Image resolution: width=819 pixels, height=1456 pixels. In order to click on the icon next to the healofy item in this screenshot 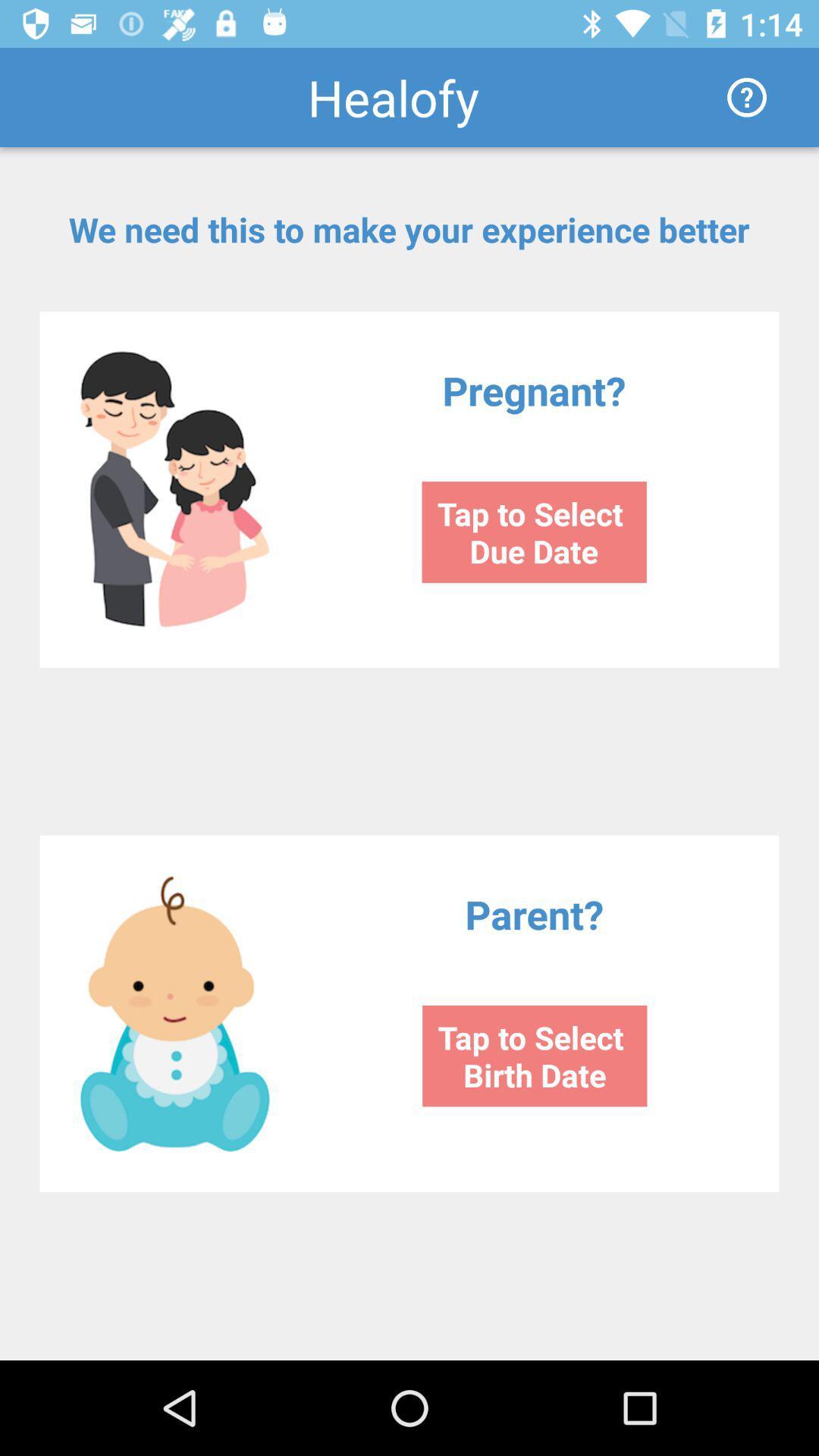, I will do `click(746, 96)`.